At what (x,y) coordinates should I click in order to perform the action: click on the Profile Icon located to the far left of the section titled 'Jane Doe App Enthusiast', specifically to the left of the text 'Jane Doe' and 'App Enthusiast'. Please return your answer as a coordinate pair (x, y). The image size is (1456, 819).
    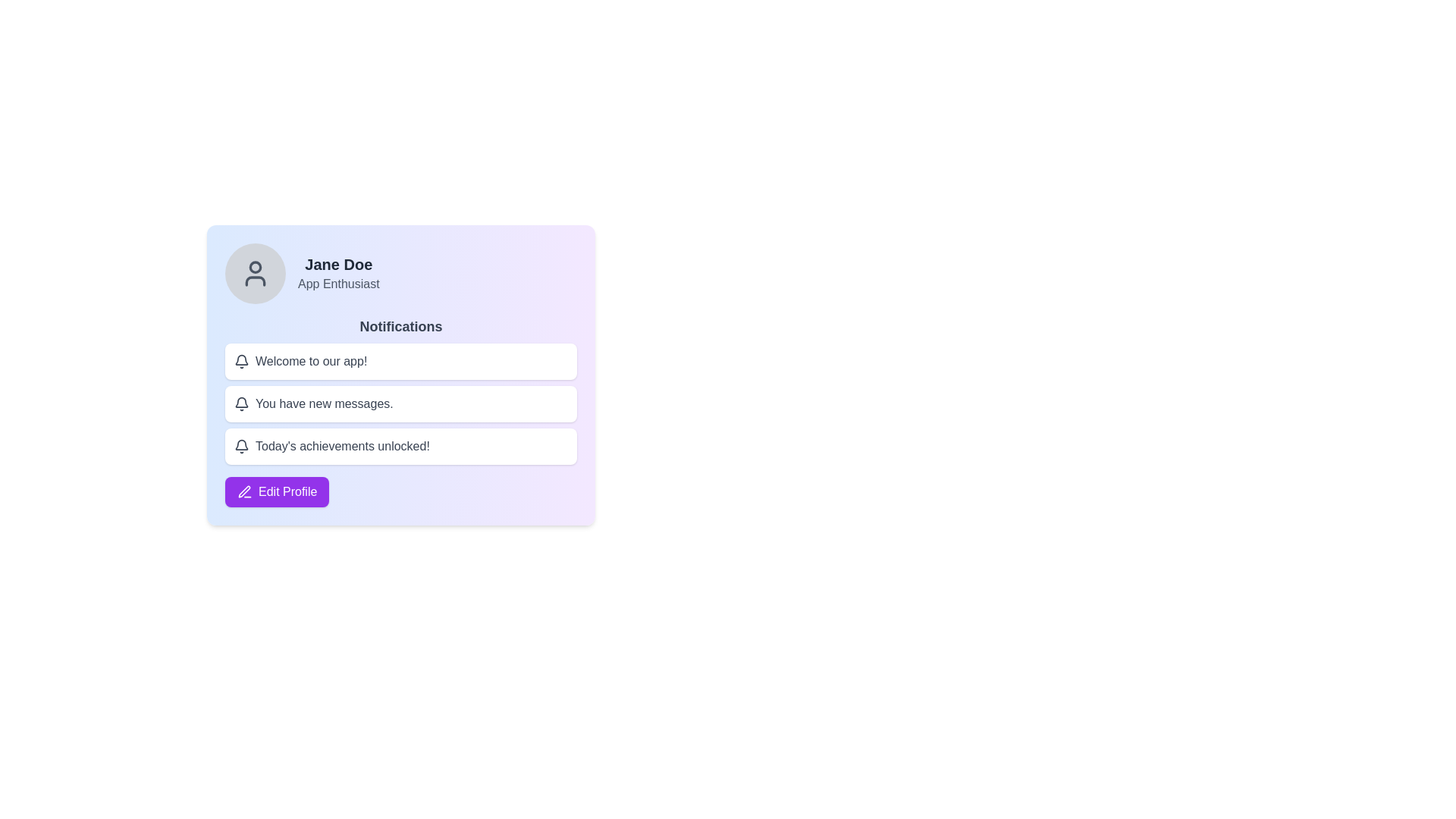
    Looking at the image, I should click on (255, 274).